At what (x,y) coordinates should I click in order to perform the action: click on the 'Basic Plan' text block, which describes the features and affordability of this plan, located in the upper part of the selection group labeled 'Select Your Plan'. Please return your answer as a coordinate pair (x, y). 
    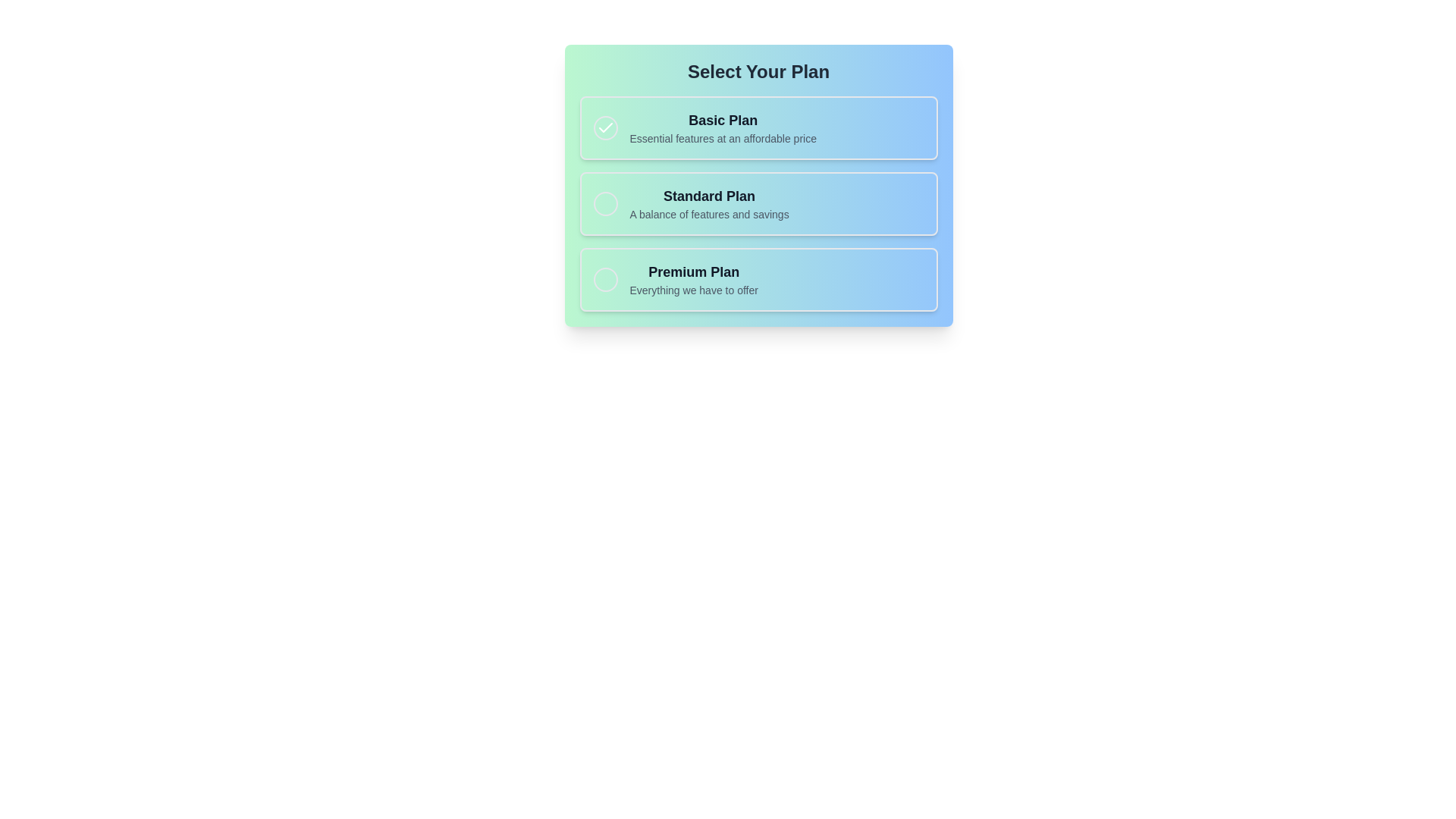
    Looking at the image, I should click on (722, 127).